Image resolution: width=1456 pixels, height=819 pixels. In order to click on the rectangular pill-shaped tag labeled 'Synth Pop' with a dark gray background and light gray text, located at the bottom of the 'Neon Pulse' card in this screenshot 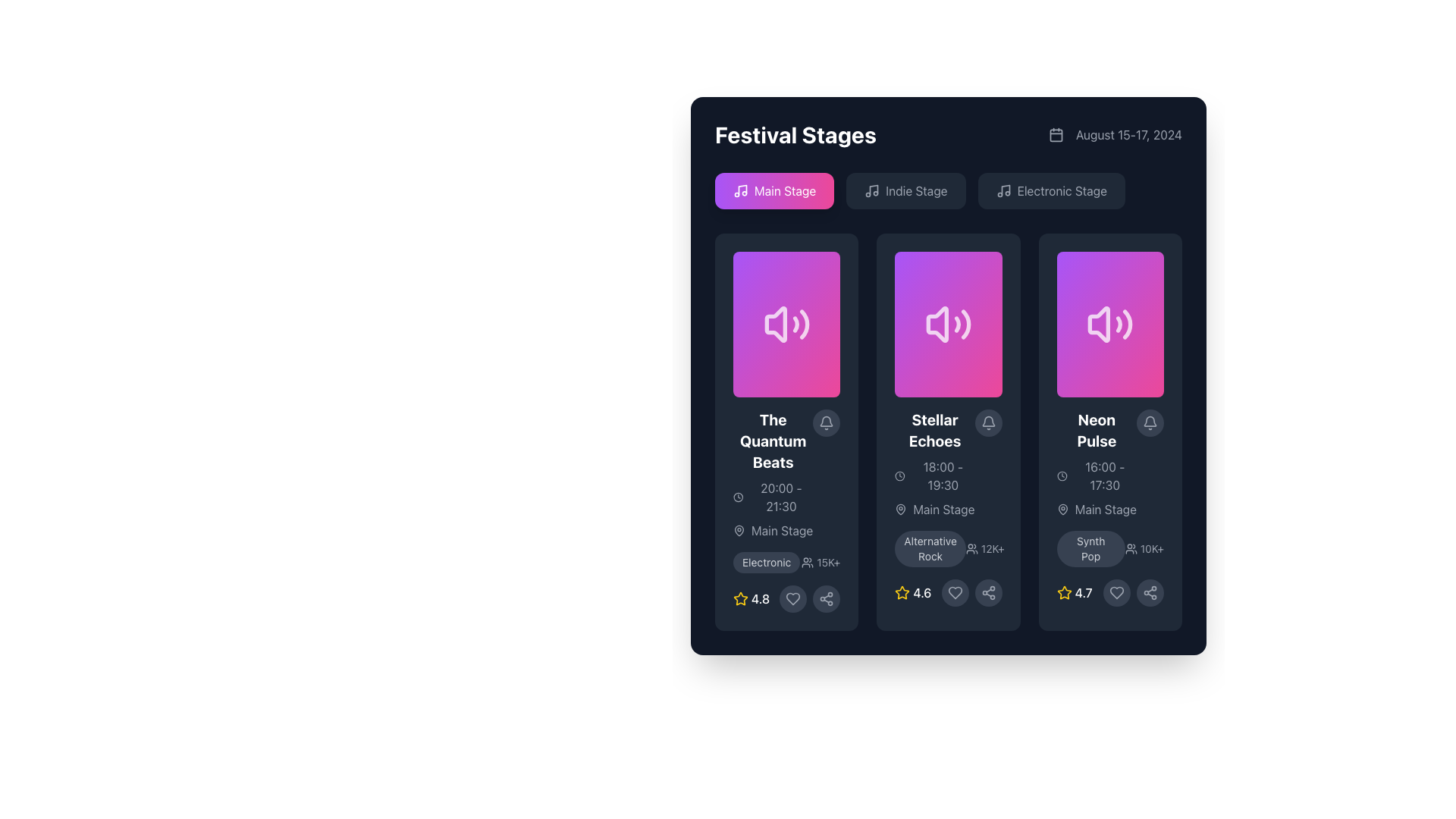, I will do `click(1090, 549)`.